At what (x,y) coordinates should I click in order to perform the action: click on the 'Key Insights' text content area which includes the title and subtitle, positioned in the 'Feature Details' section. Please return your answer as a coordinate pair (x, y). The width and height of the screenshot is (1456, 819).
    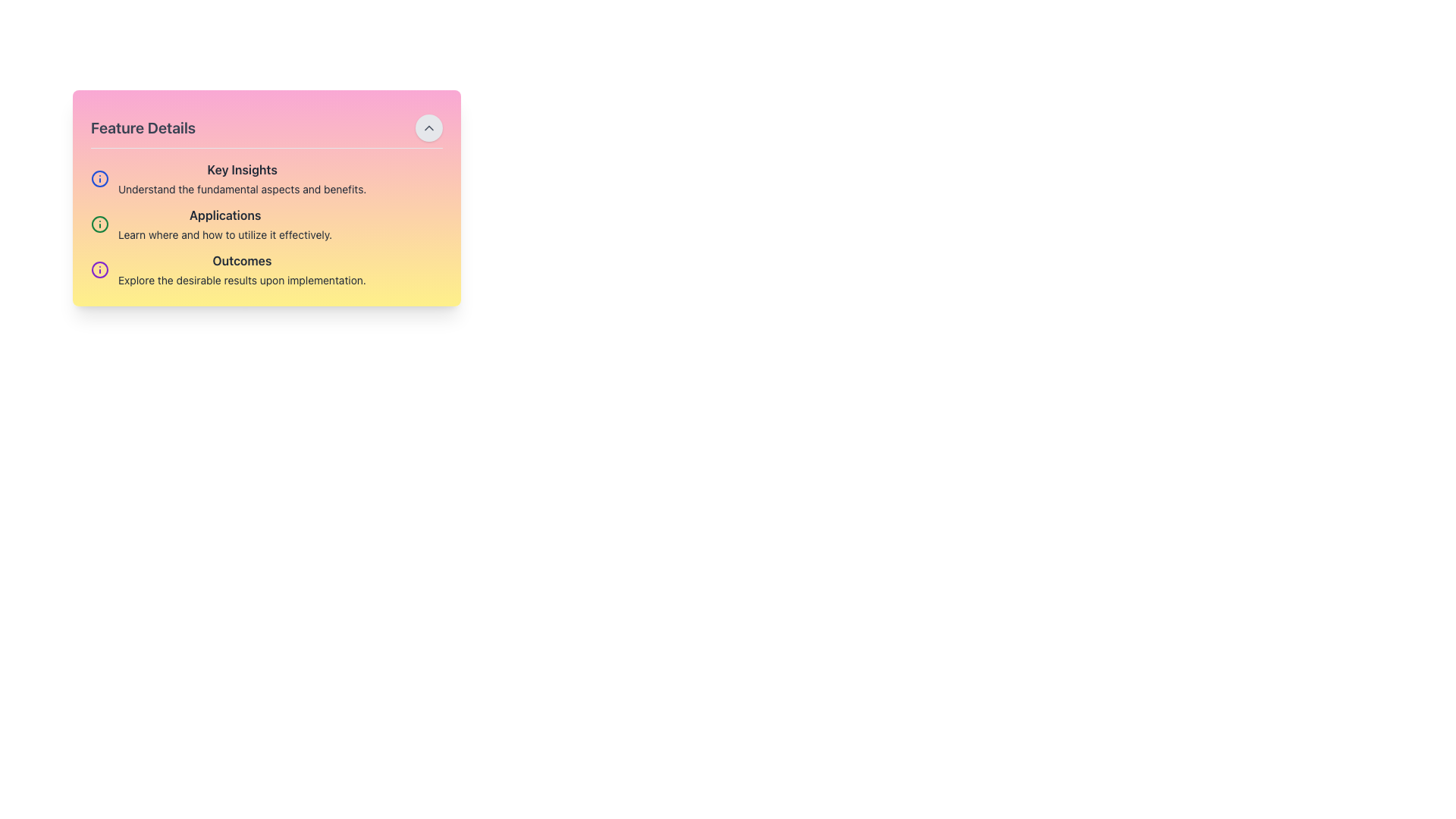
    Looking at the image, I should click on (241, 177).